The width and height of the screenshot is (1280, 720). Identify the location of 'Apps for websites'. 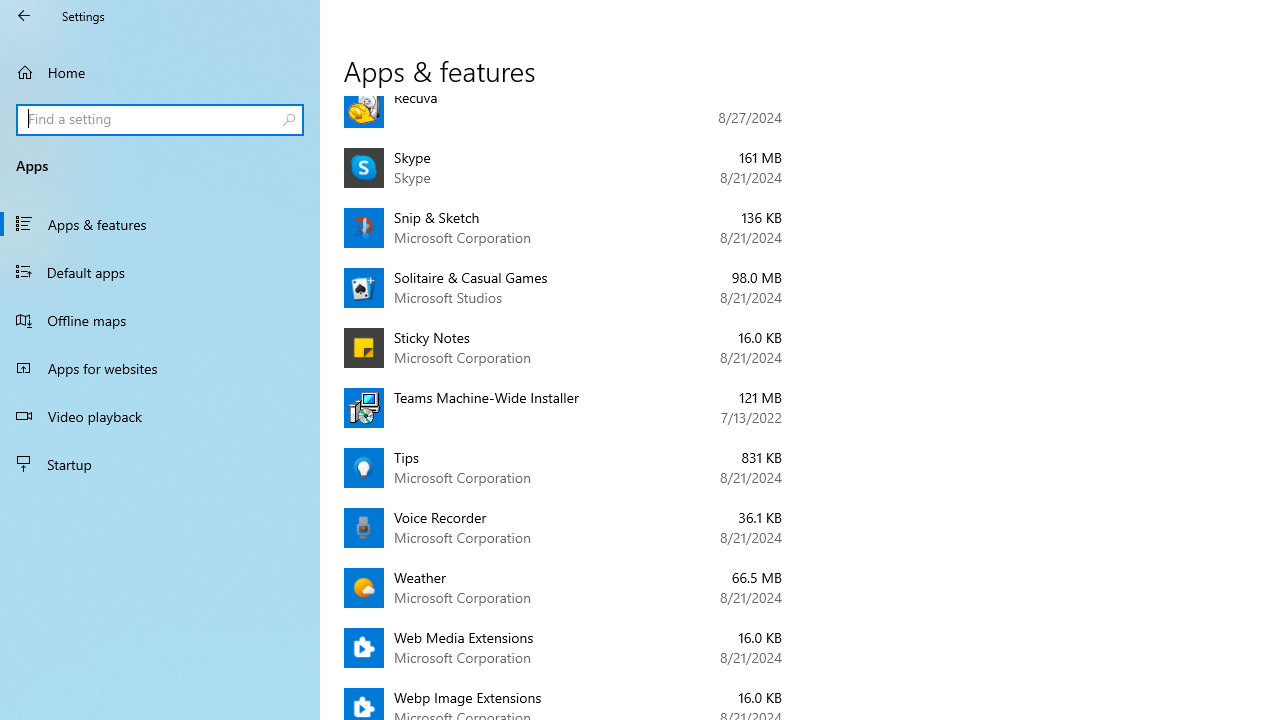
(160, 367).